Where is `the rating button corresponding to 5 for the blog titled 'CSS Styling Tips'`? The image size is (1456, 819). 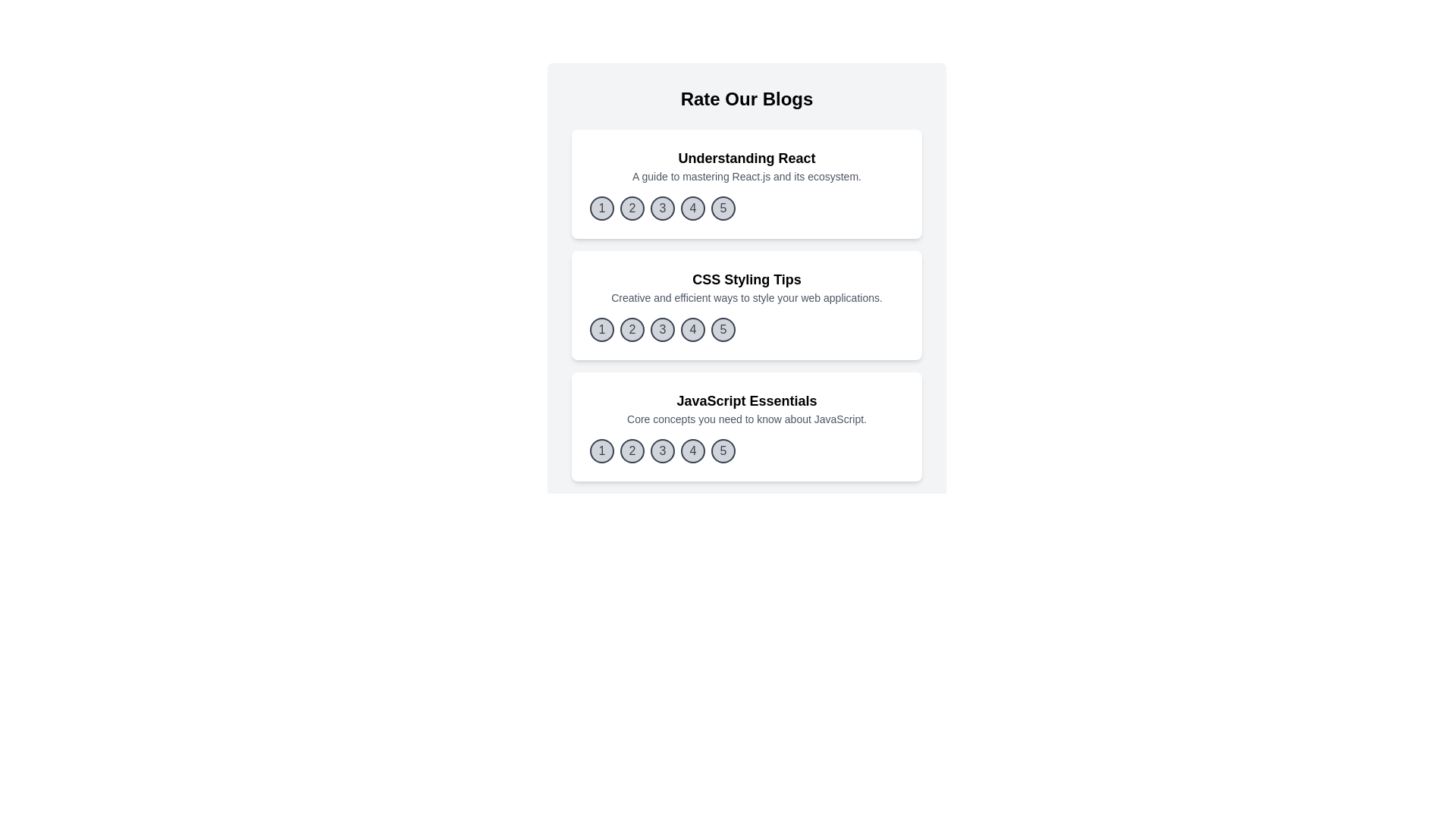 the rating button corresponding to 5 for the blog titled 'CSS Styling Tips' is located at coordinates (723, 329).